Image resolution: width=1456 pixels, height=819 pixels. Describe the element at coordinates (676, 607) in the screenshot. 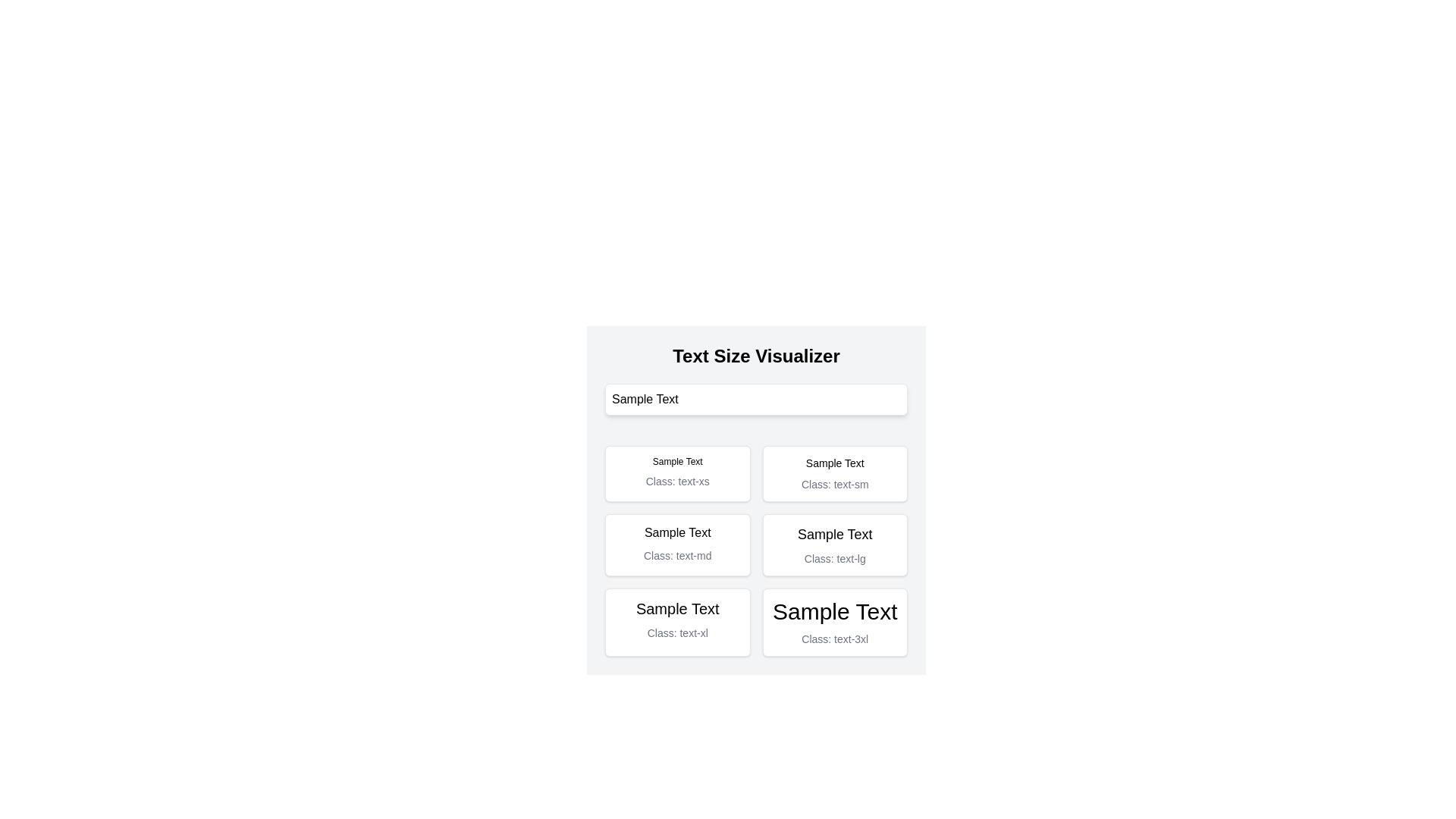

I see `text displayed as 'Sample Text' which is styled with bold, large characters, located in the bottom row, second from the left of a grid layout` at that location.